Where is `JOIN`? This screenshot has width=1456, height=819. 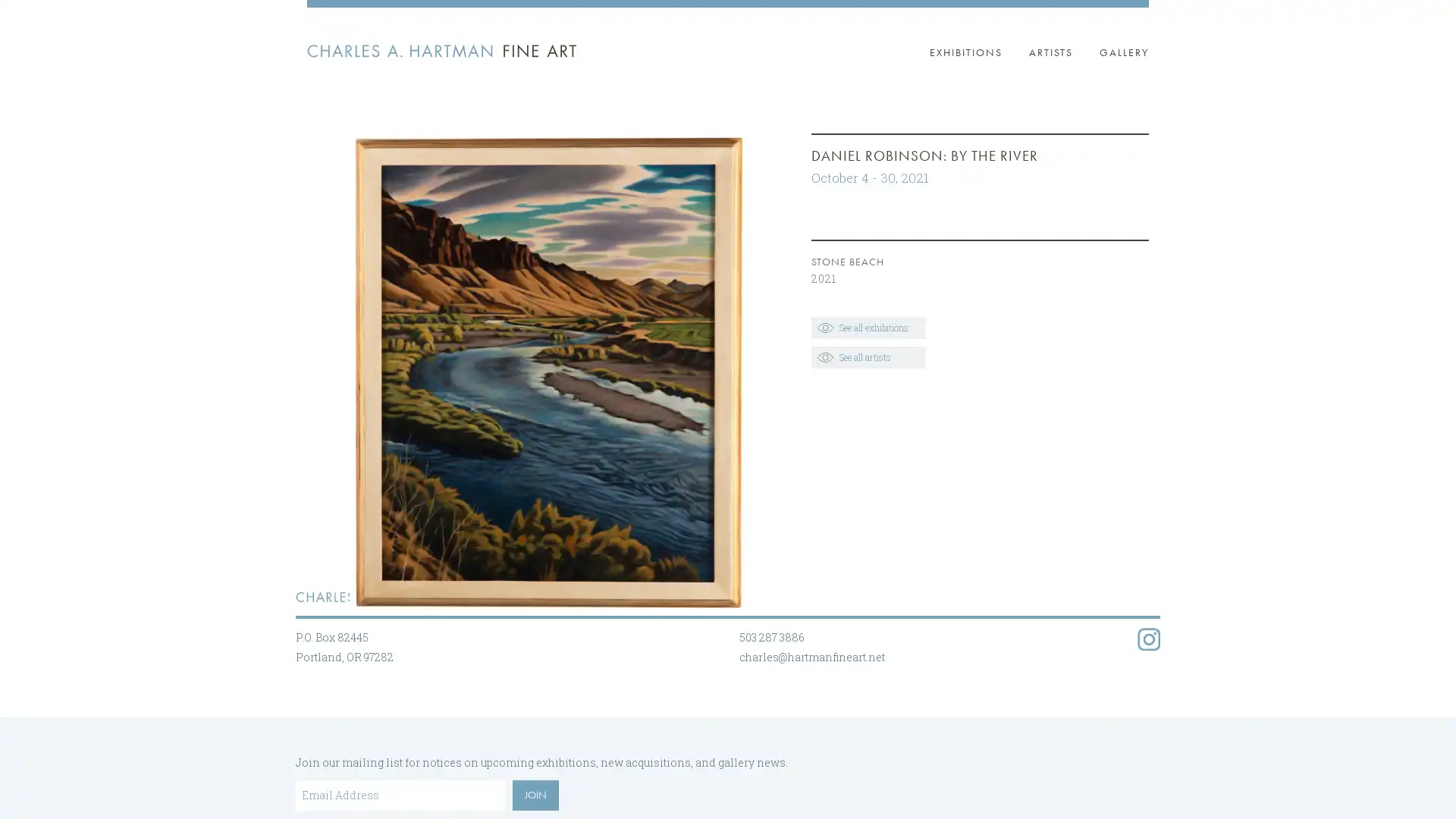 JOIN is located at coordinates (535, 794).